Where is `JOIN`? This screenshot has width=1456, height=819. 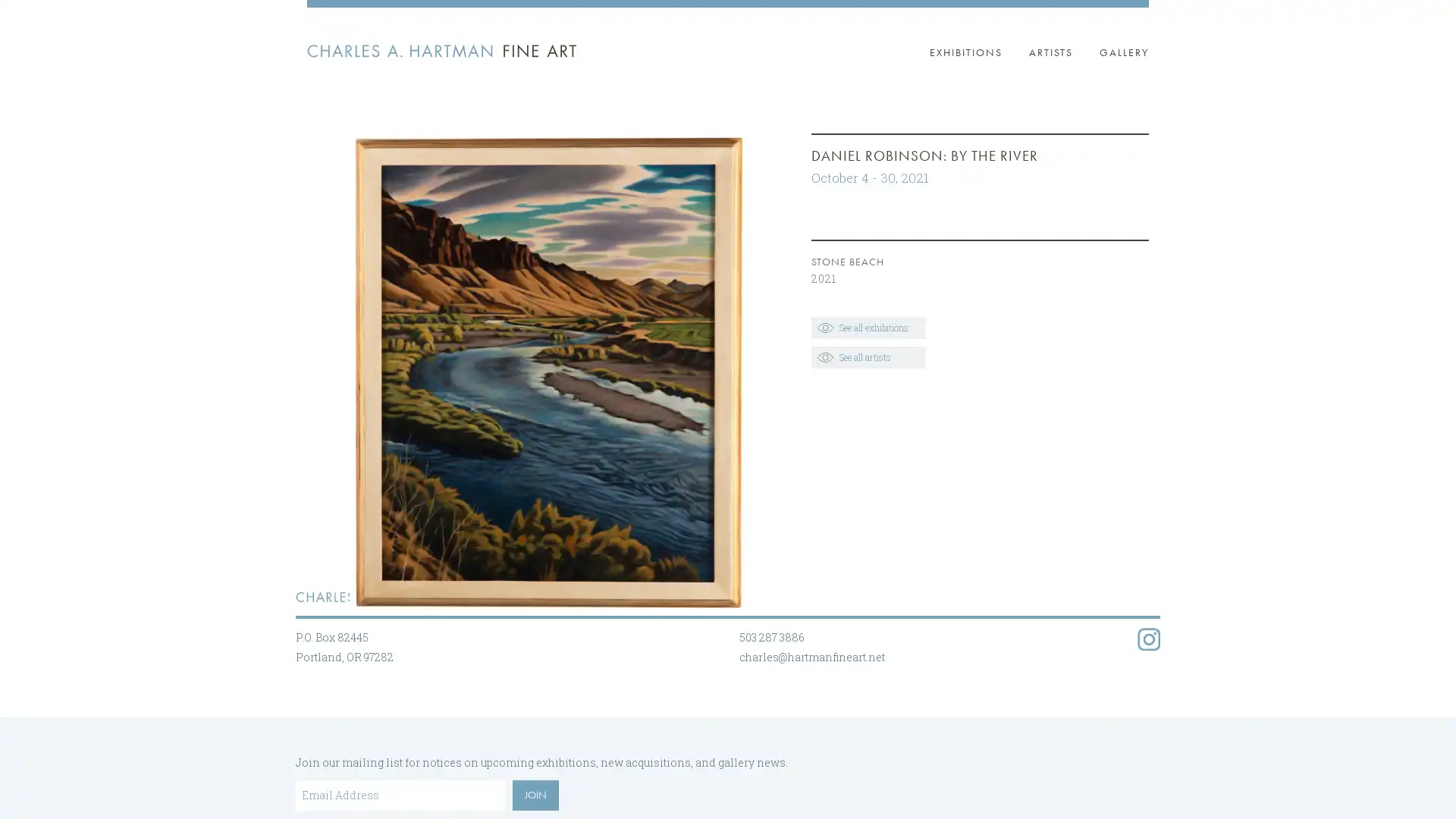 JOIN is located at coordinates (535, 794).